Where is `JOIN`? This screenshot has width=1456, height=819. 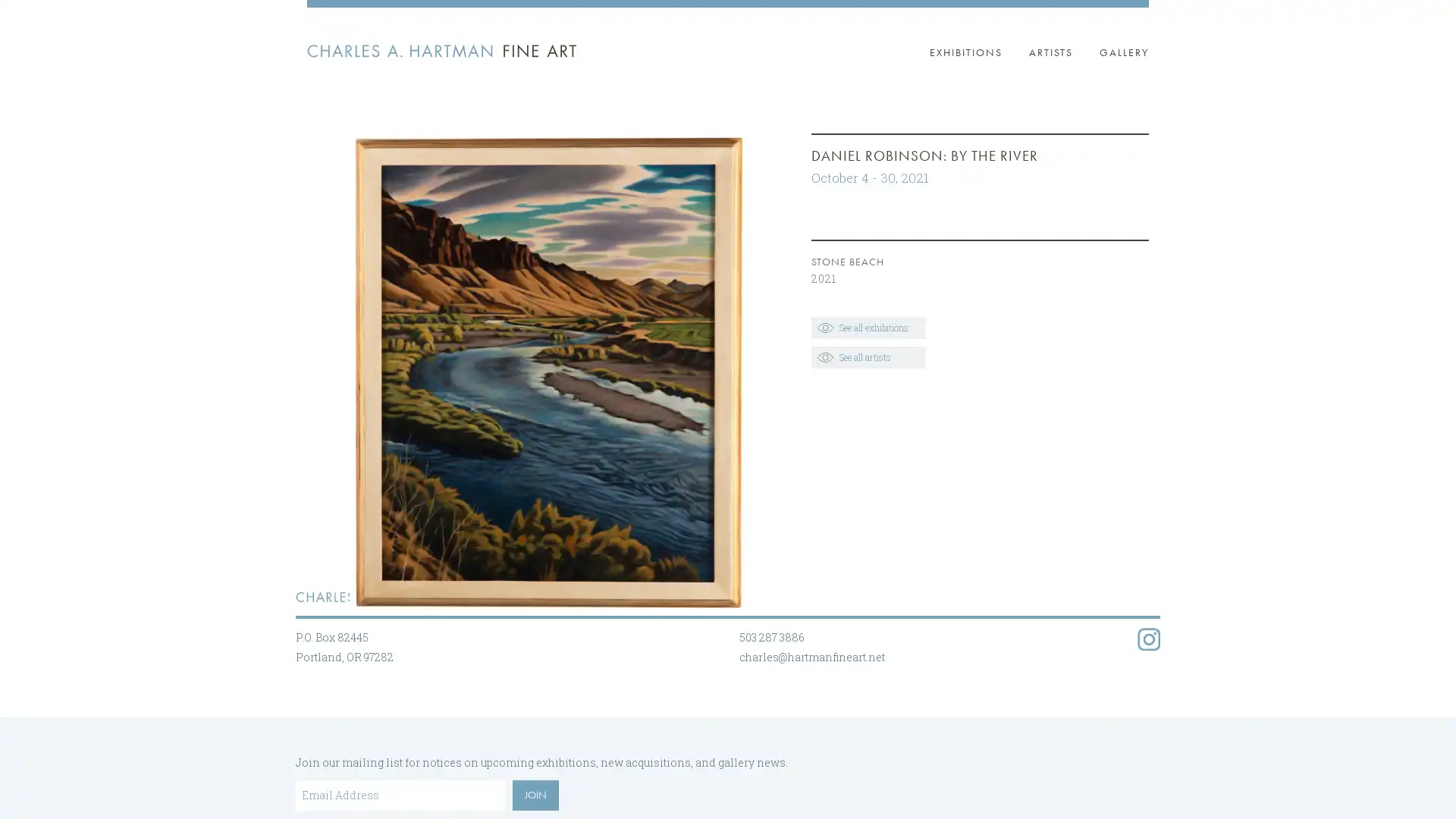 JOIN is located at coordinates (535, 794).